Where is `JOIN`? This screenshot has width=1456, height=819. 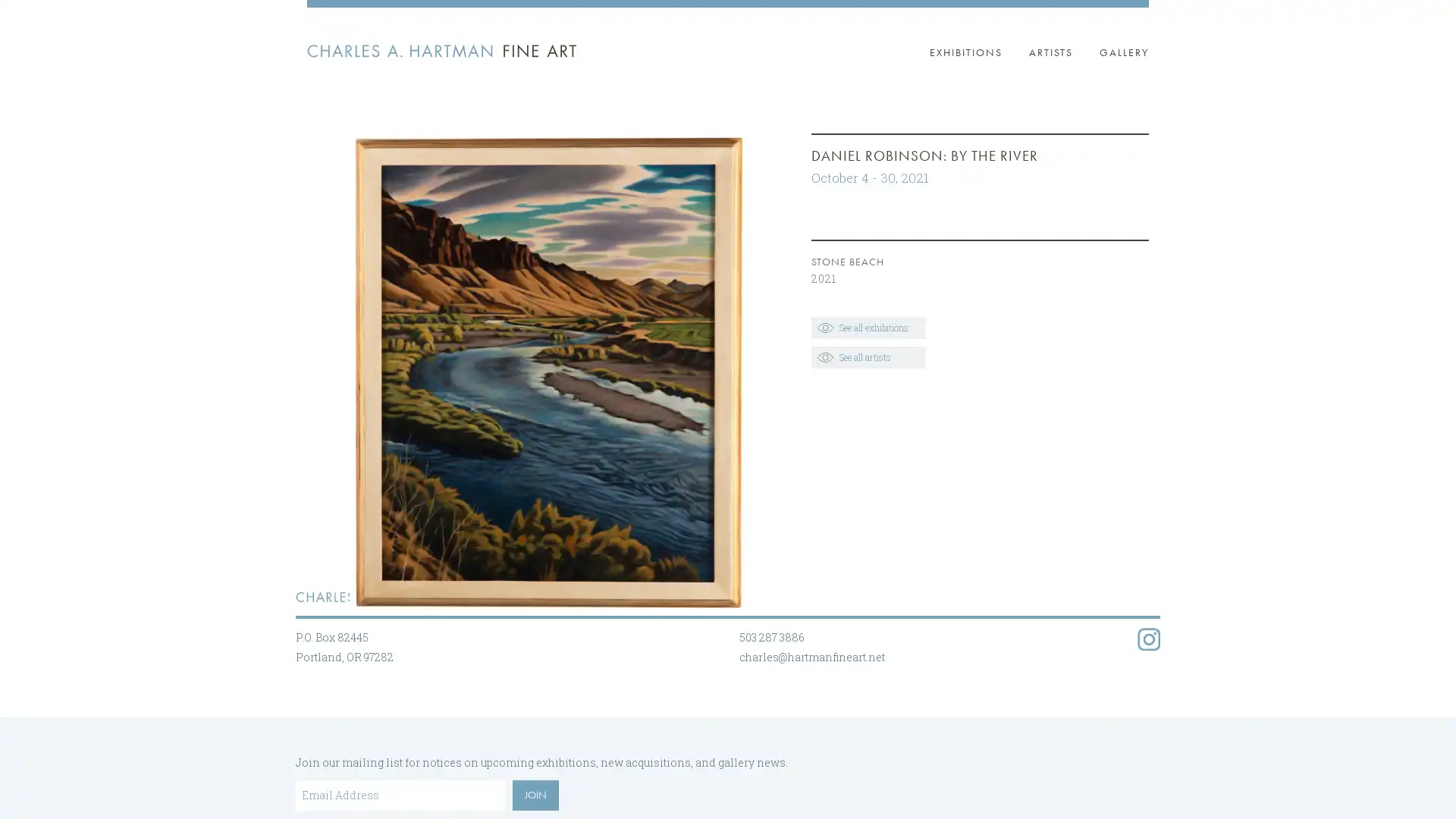 JOIN is located at coordinates (535, 794).